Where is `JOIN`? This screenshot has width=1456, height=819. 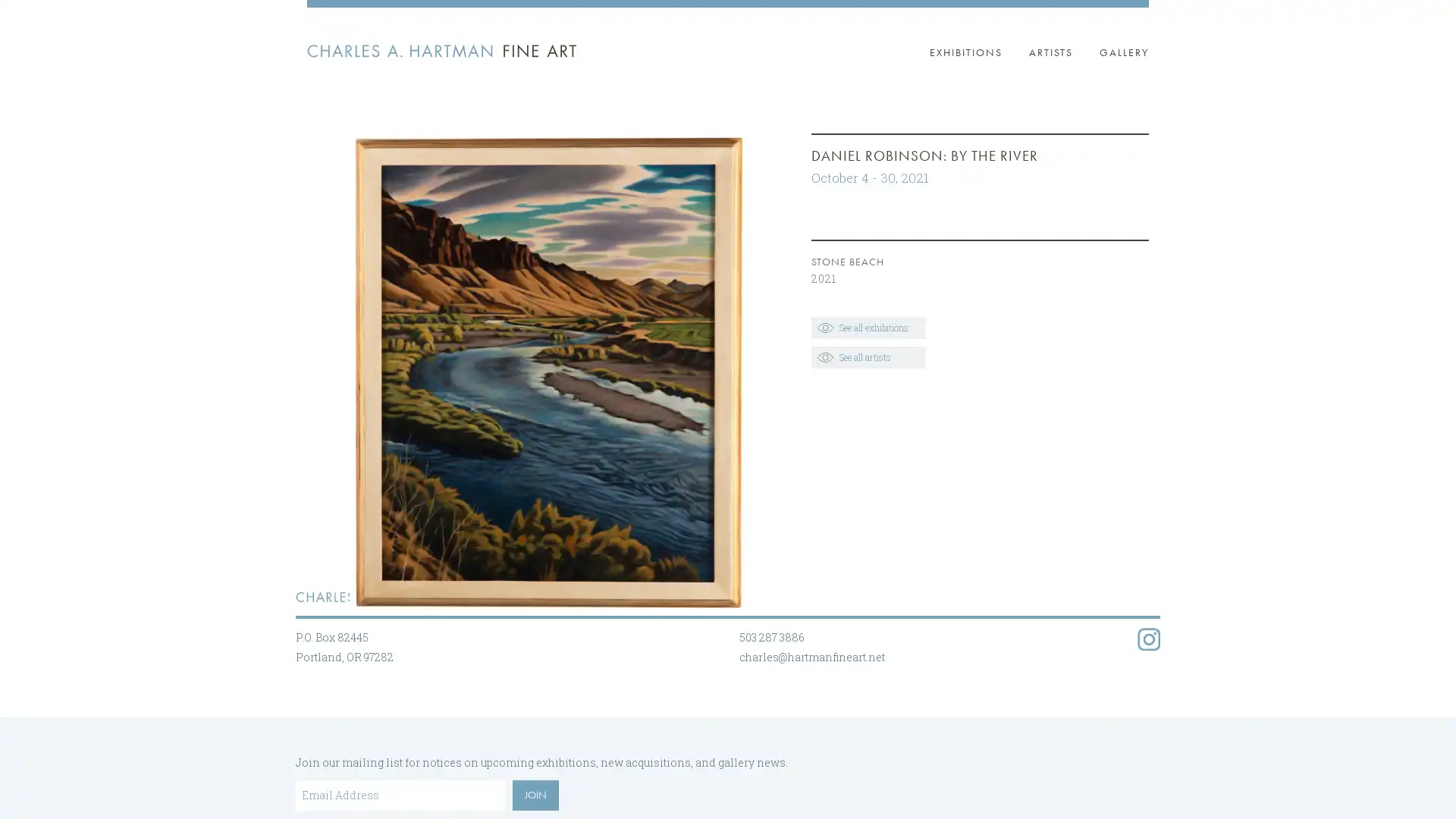 JOIN is located at coordinates (535, 794).